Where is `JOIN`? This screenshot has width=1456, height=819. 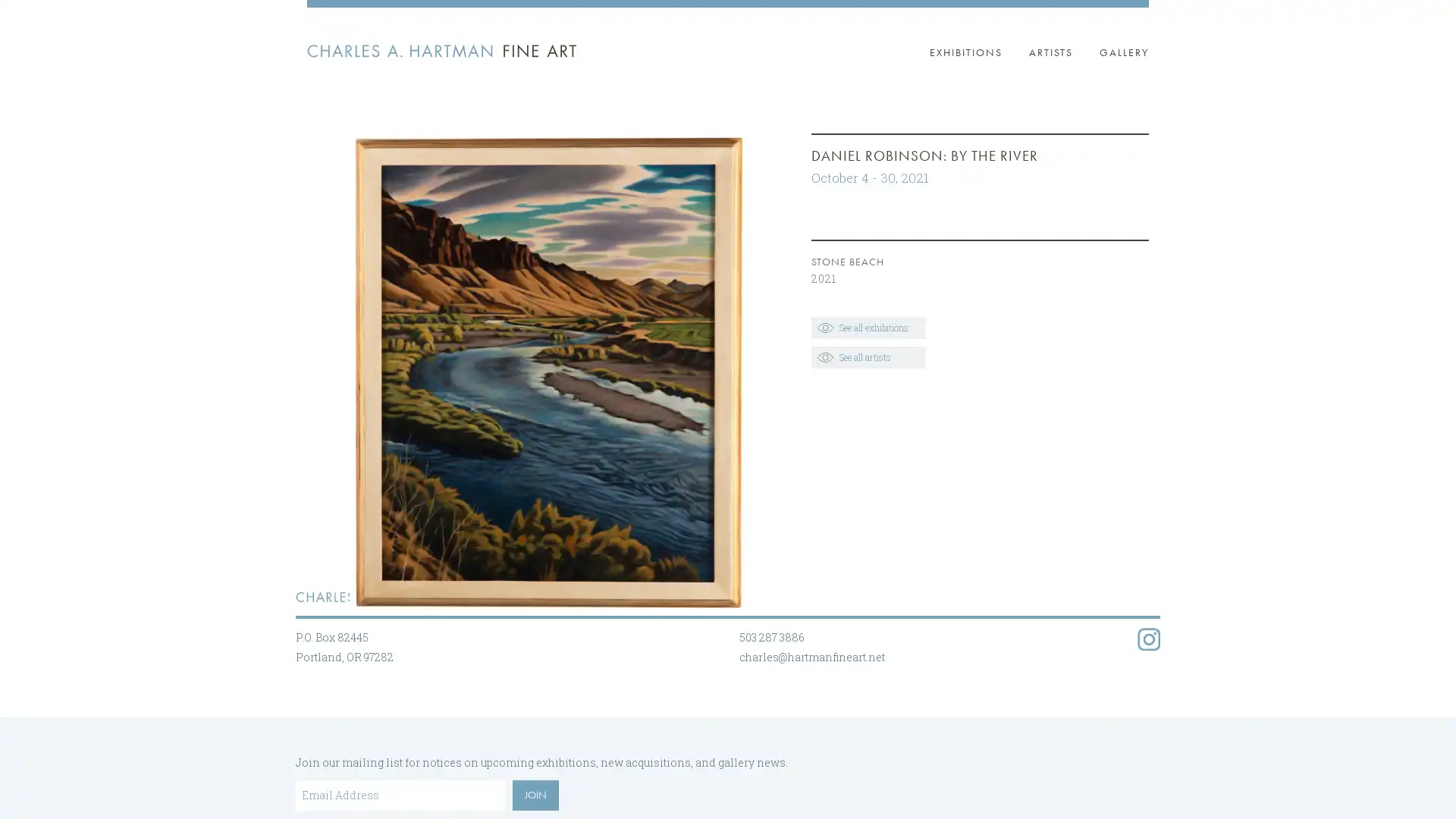 JOIN is located at coordinates (535, 794).